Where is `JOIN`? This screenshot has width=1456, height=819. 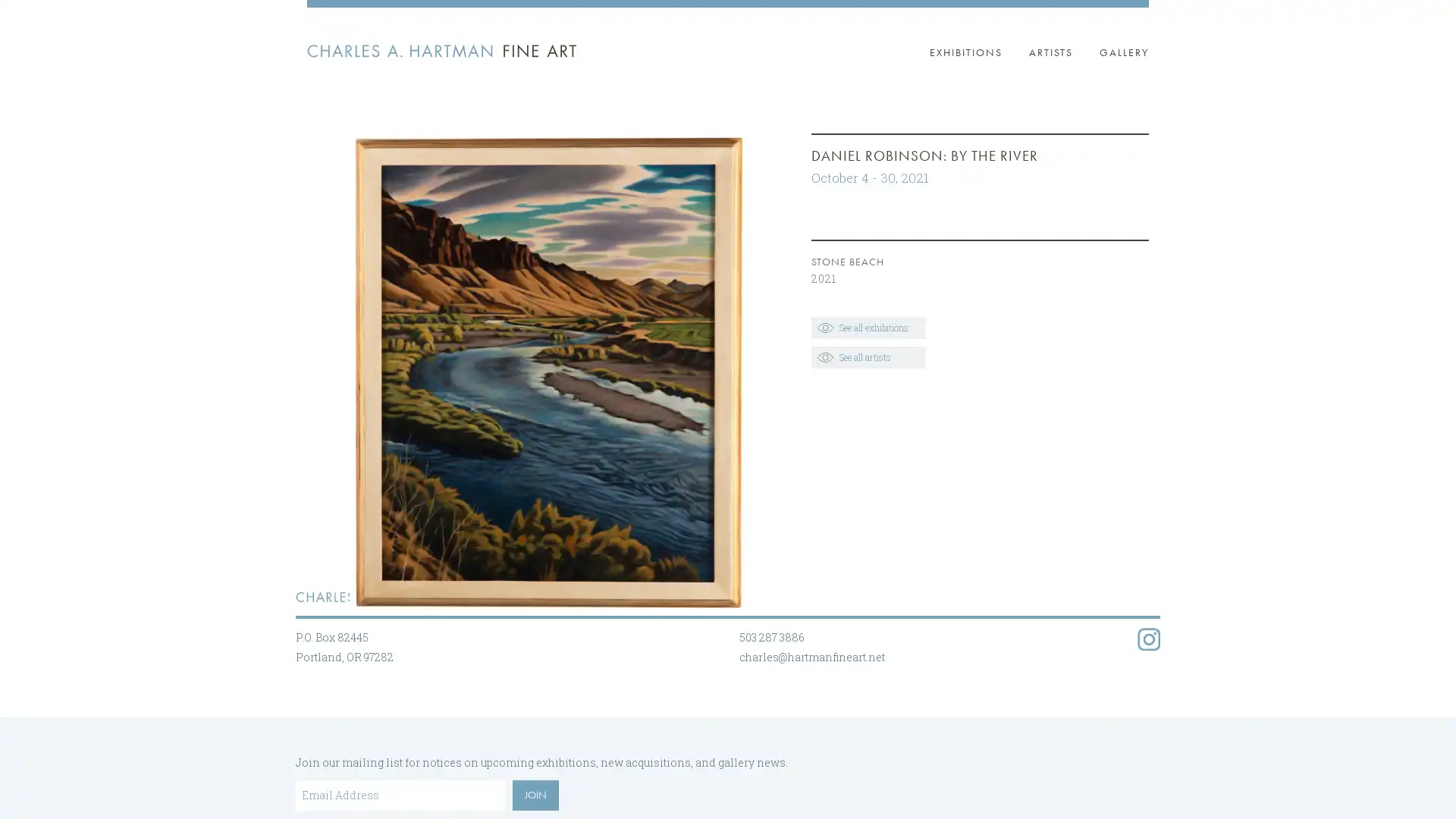 JOIN is located at coordinates (535, 794).